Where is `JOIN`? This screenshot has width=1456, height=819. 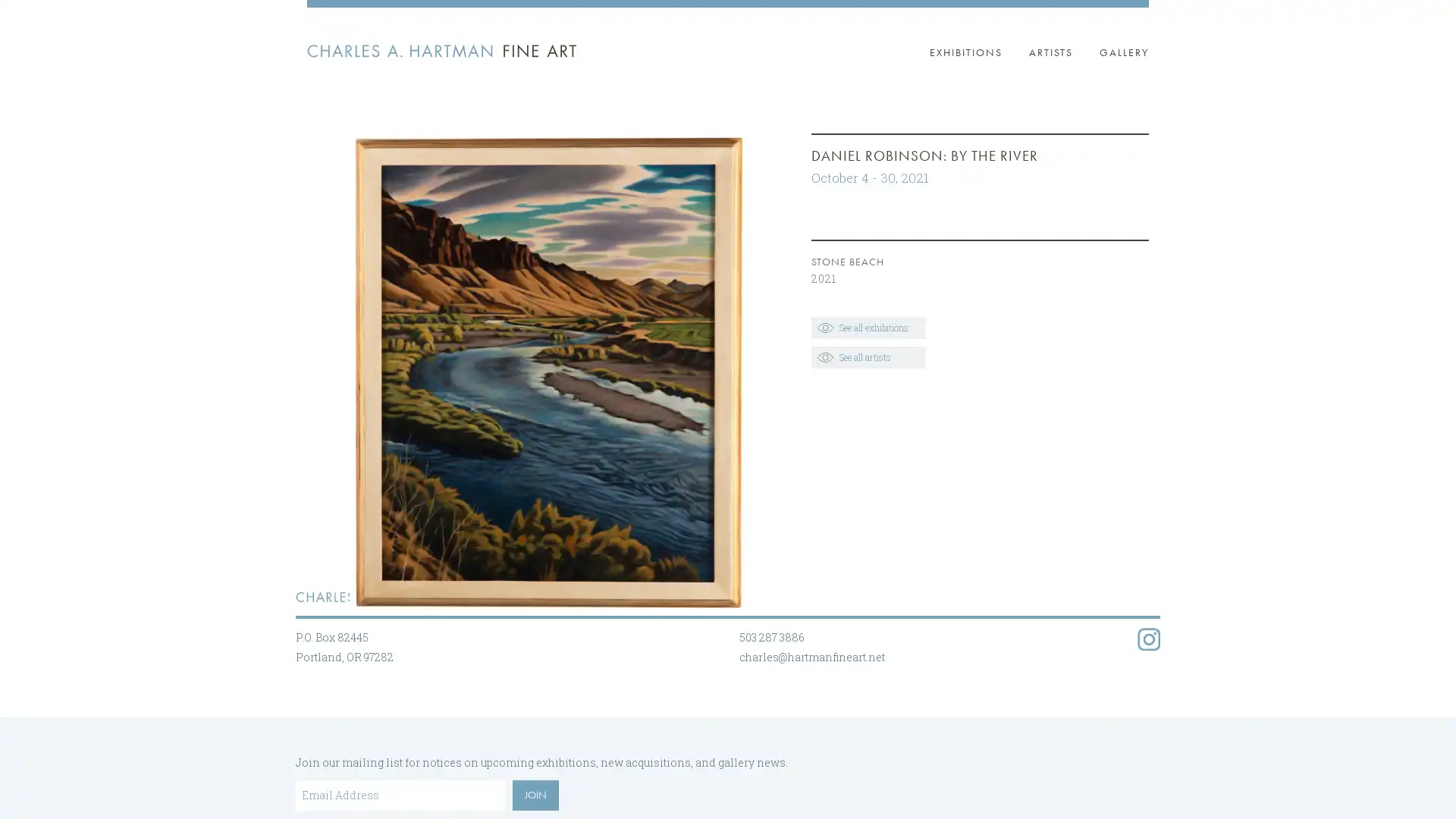 JOIN is located at coordinates (535, 794).